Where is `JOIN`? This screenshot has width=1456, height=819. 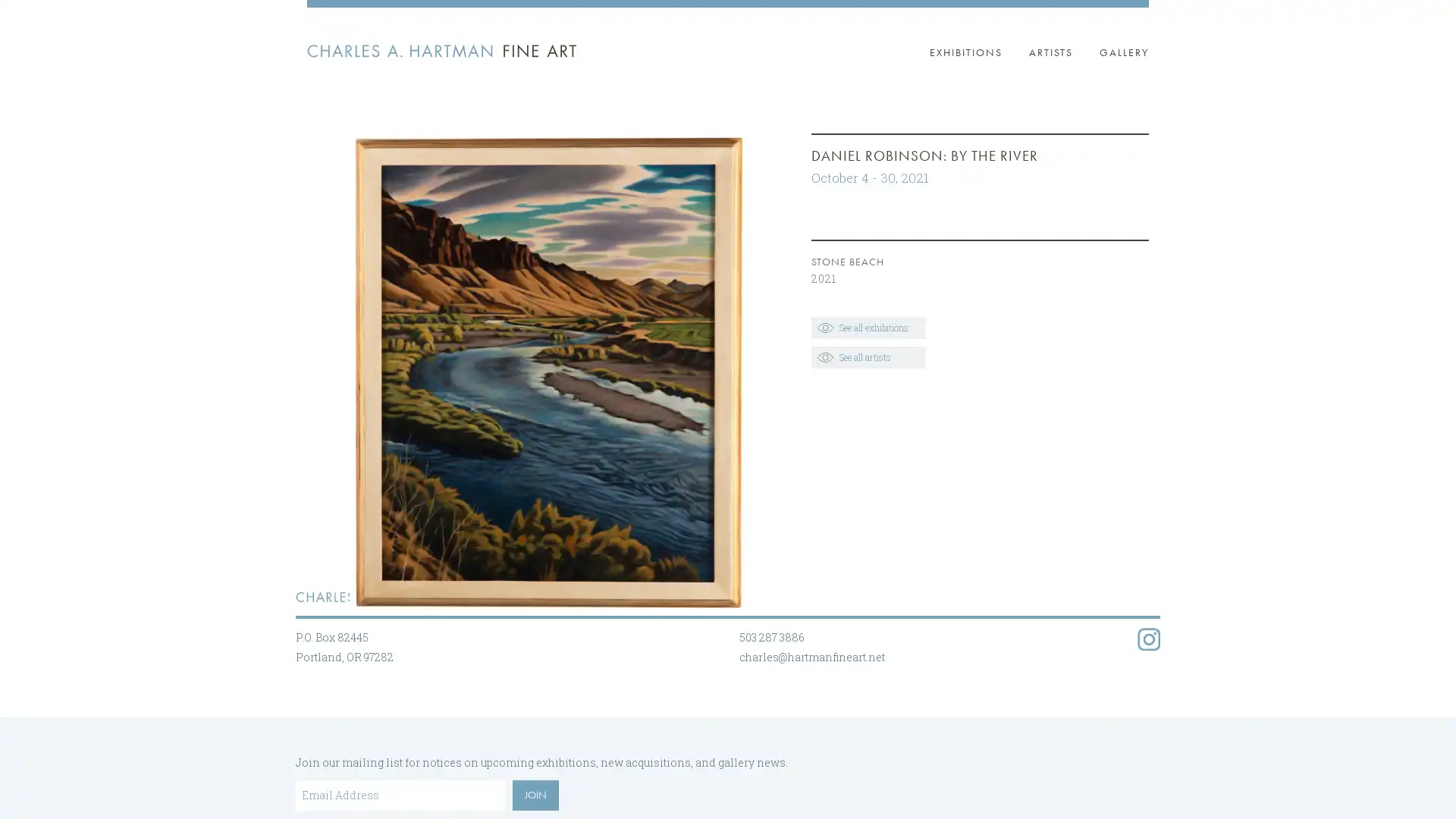 JOIN is located at coordinates (535, 794).